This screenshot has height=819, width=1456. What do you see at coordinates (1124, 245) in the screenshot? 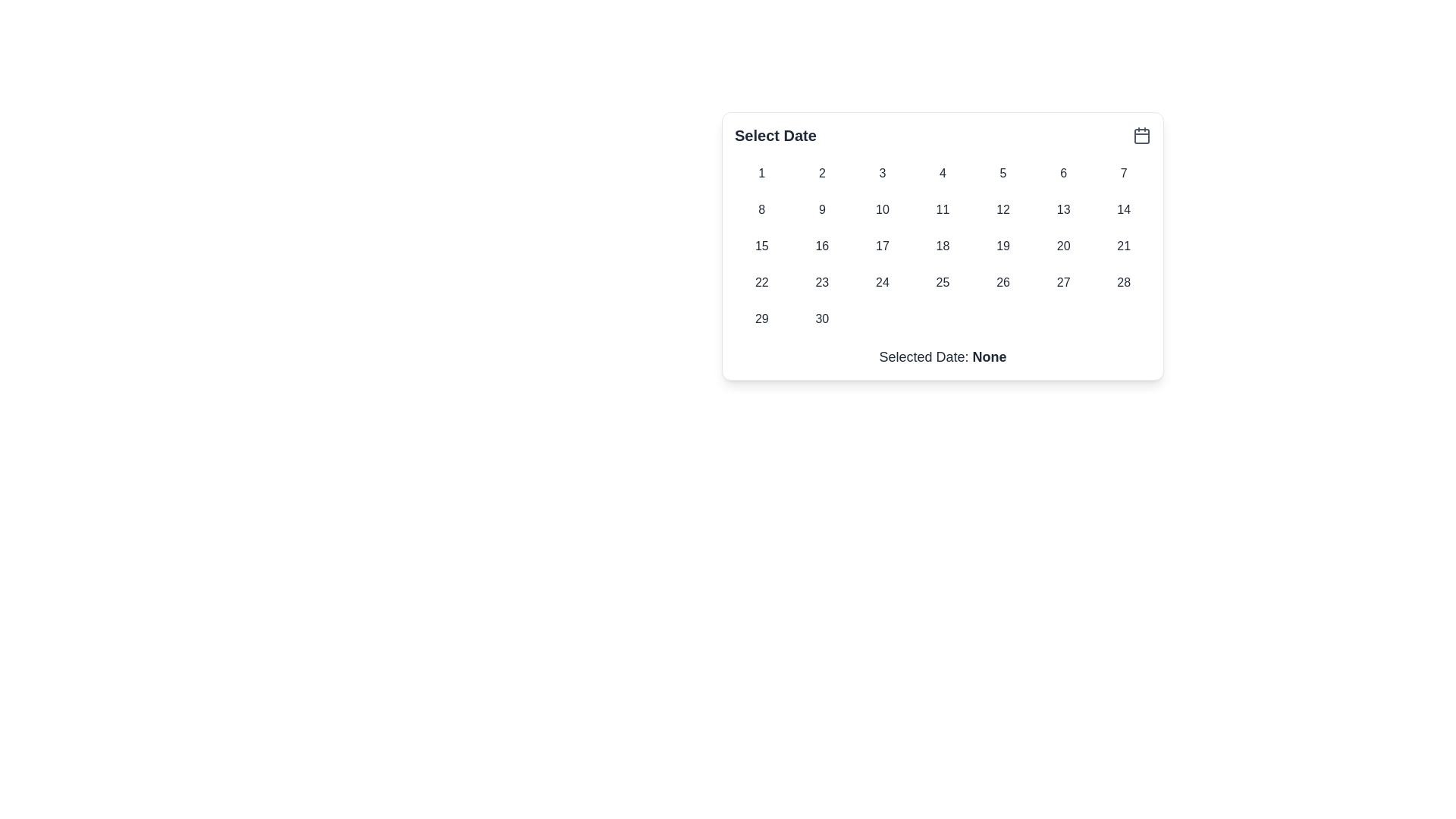
I see `the button-like component displaying the number '21' in the calendar grid` at bounding box center [1124, 245].